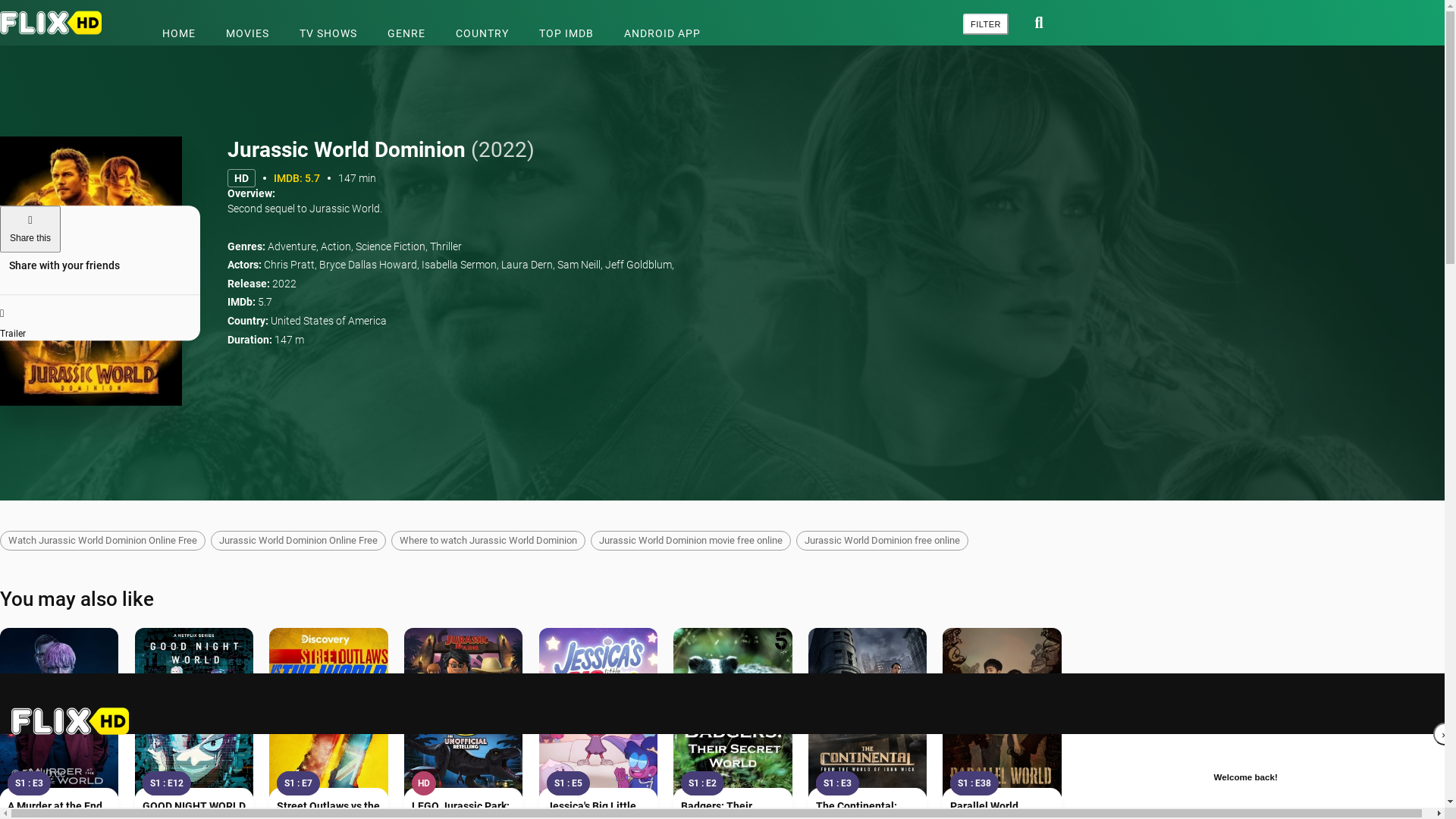  I want to click on 'COUNTRY', so click(482, 33).